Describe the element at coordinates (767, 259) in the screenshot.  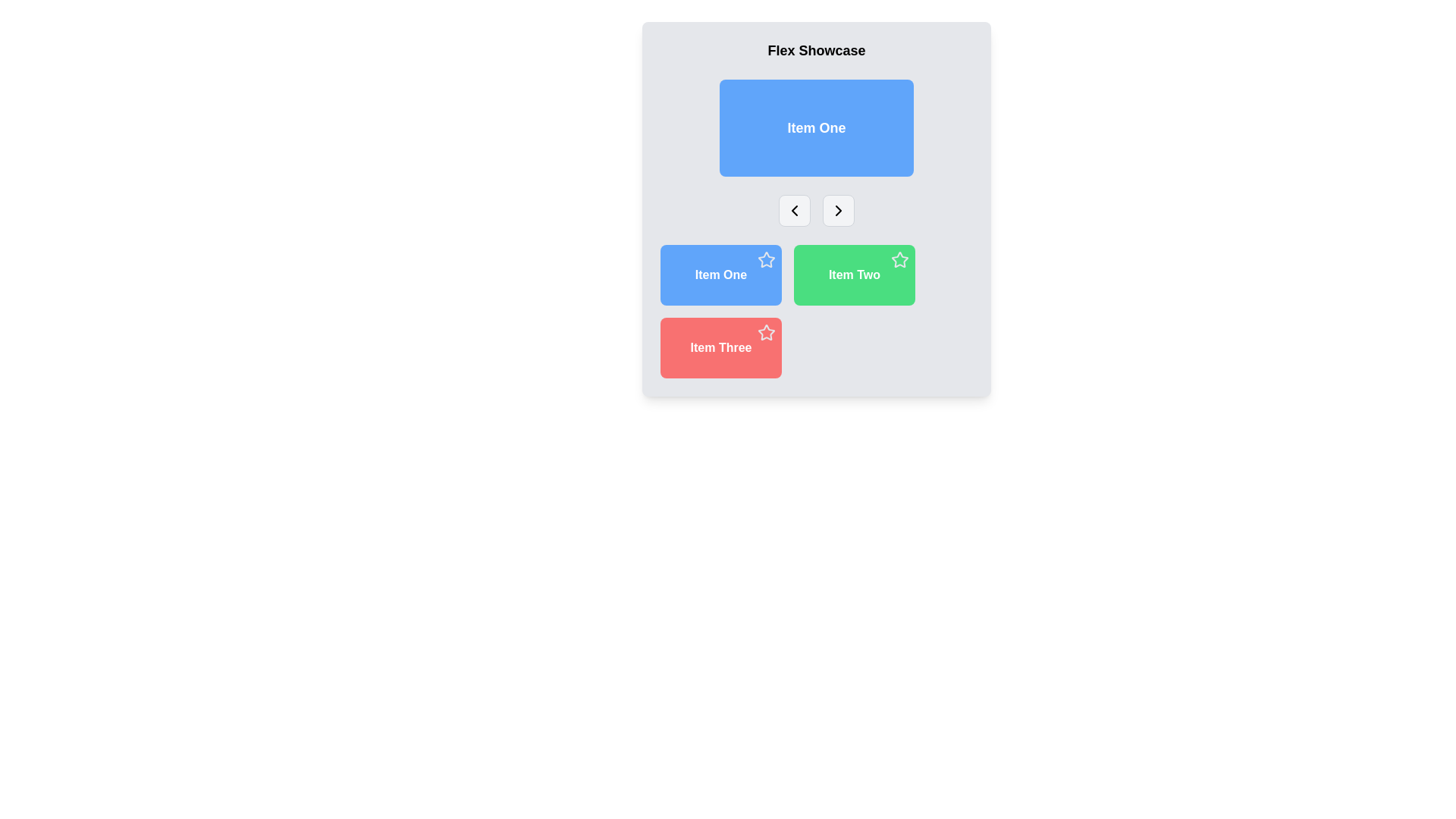
I see `the star-shaped button outlined in white, located at the top-right corner of the blue block labeled 'Item One'` at that location.